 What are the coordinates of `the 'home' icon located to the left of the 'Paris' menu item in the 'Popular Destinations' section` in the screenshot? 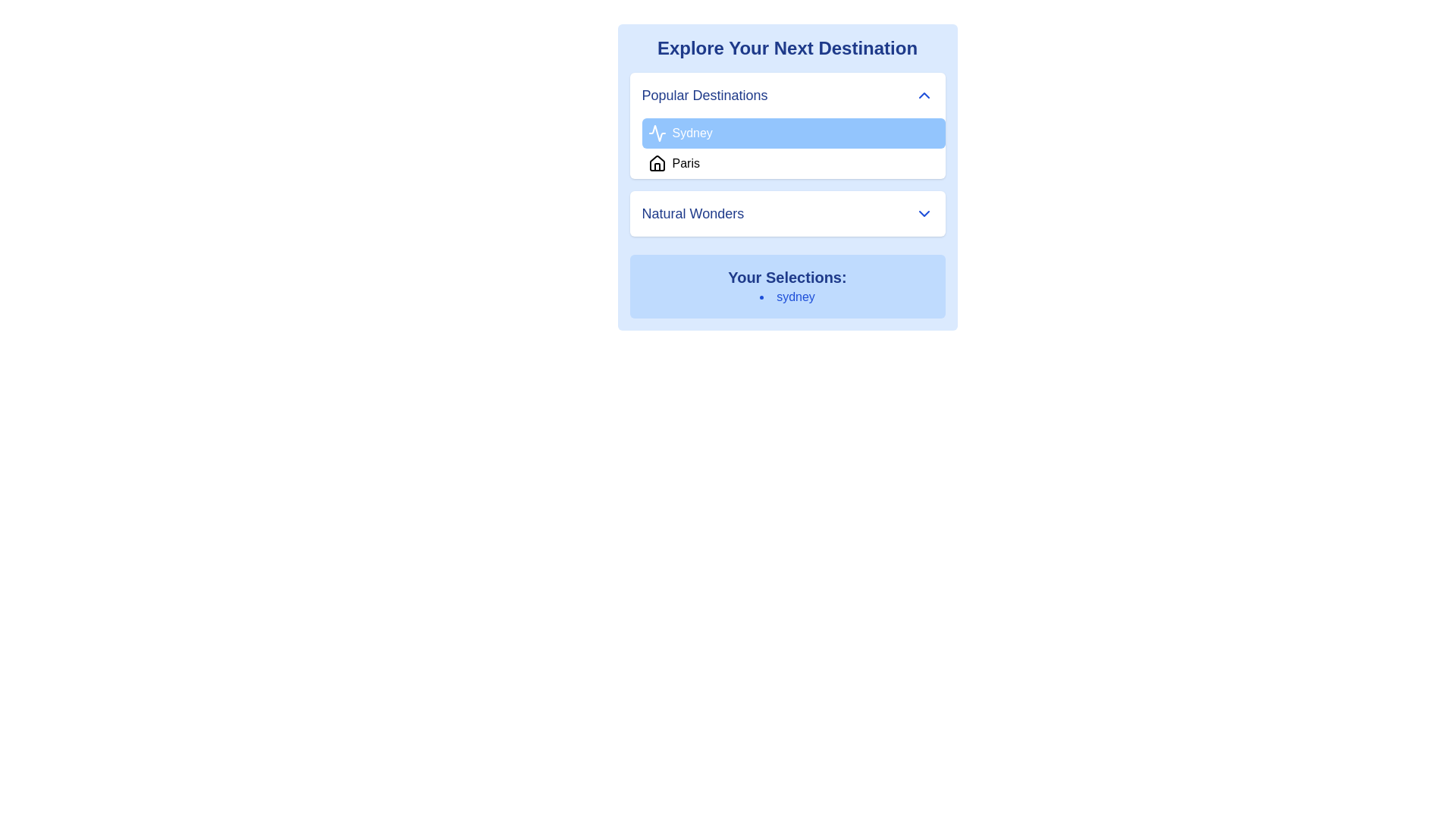 It's located at (657, 164).